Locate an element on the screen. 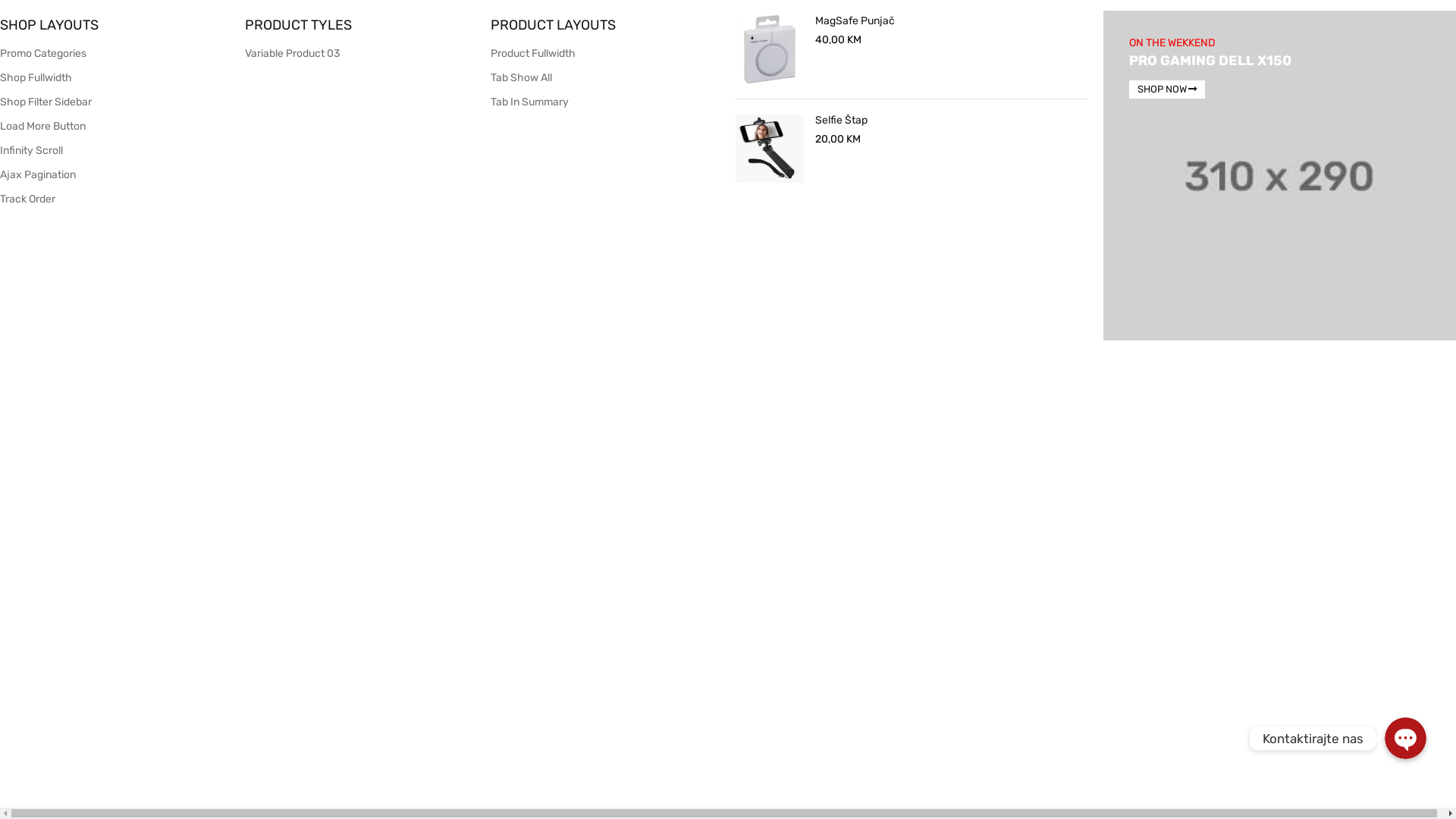  'Promo Categories' is located at coordinates (43, 52).